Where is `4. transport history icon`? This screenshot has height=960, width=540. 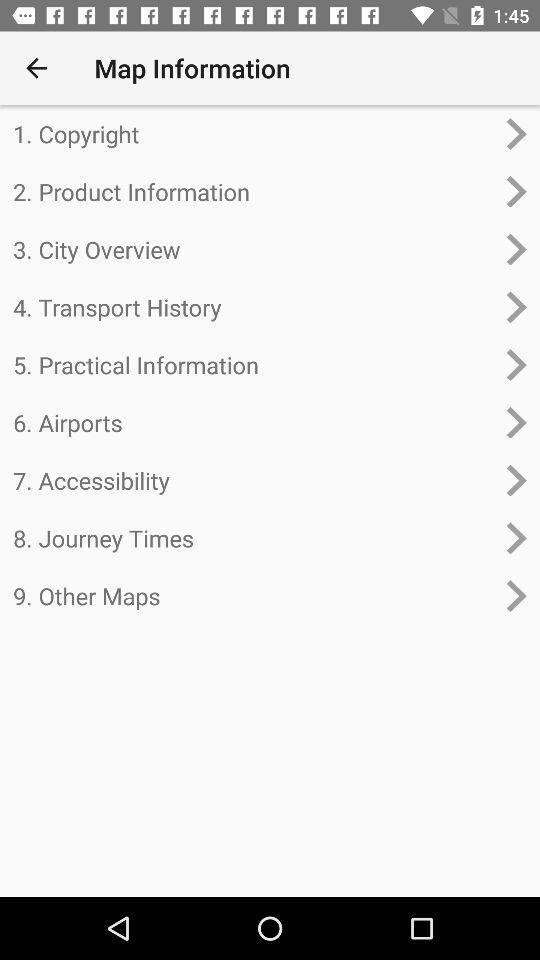 4. transport history icon is located at coordinates (253, 307).